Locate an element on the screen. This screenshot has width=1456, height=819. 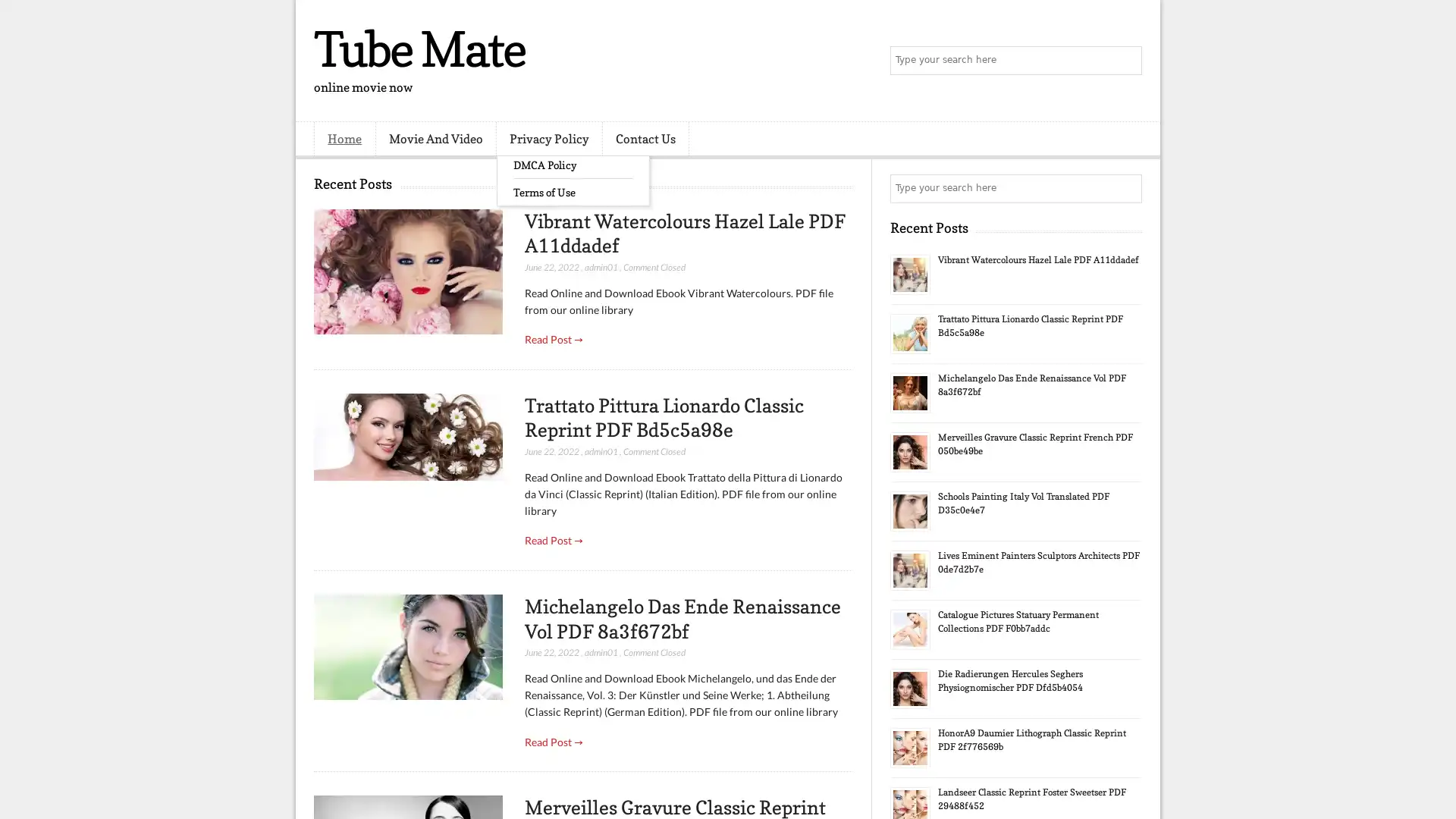
Search is located at coordinates (1126, 61).